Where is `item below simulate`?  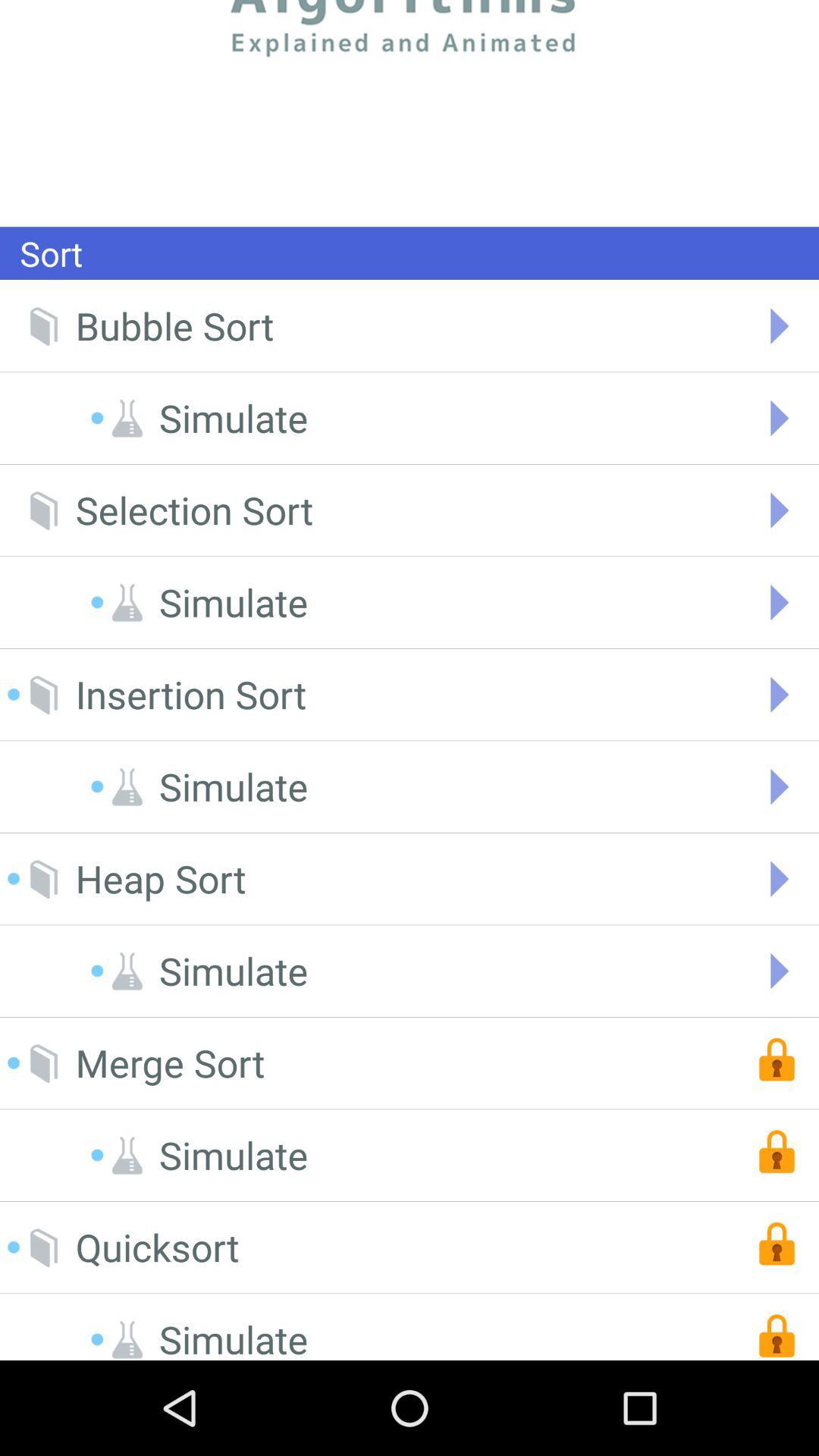 item below simulate is located at coordinates (170, 1062).